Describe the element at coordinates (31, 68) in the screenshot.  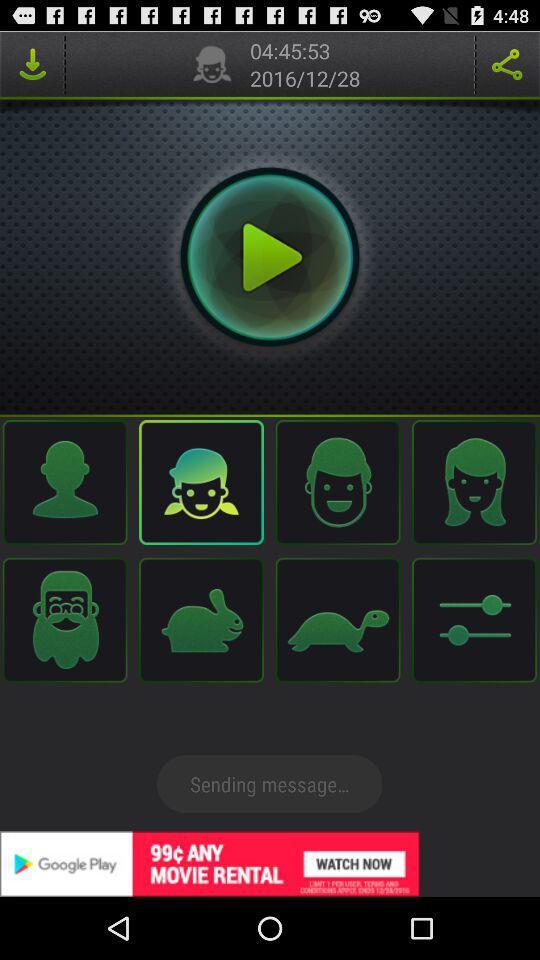
I see `the file_download icon` at that location.